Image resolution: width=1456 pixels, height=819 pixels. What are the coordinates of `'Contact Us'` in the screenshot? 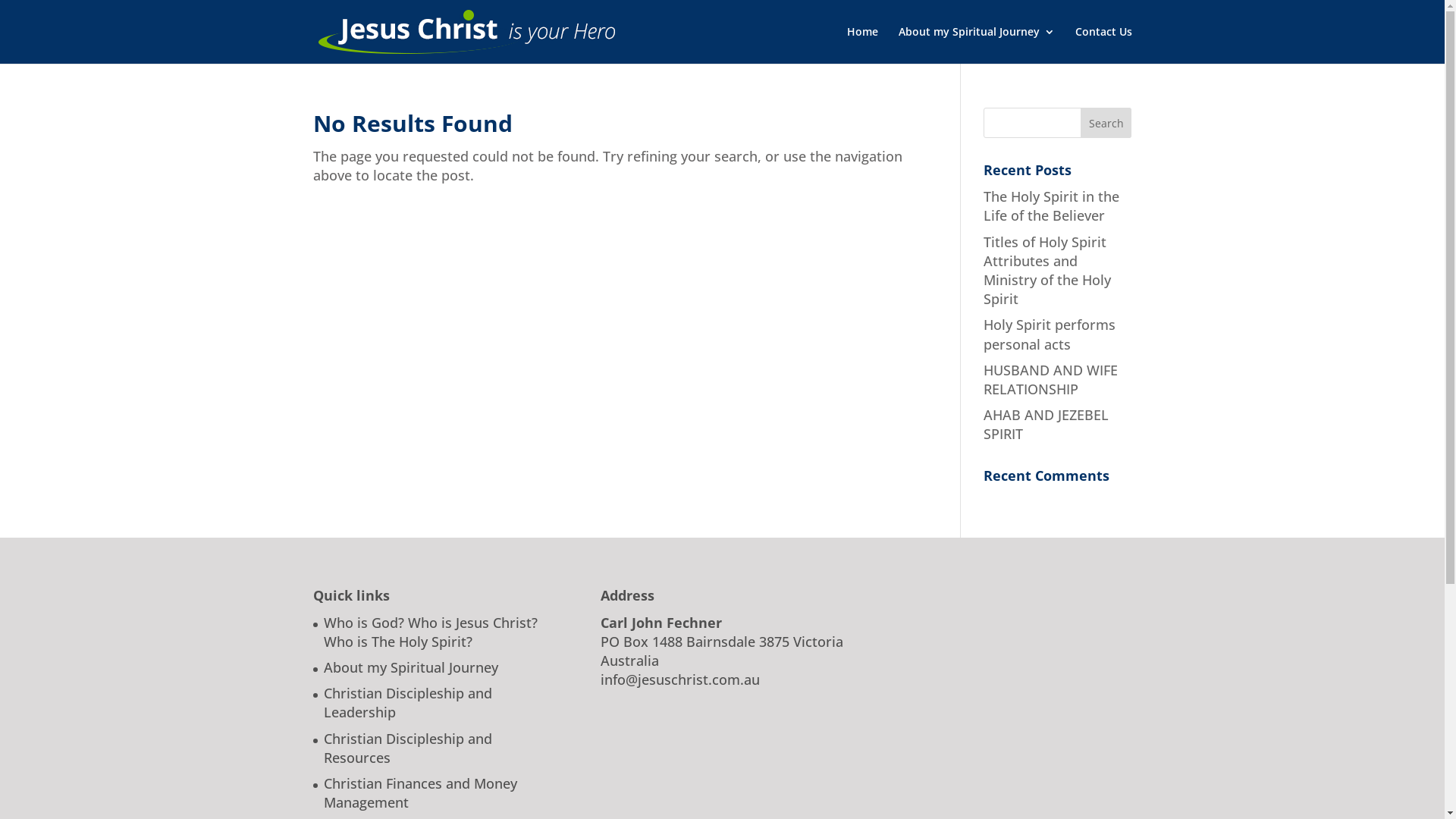 It's located at (1103, 44).